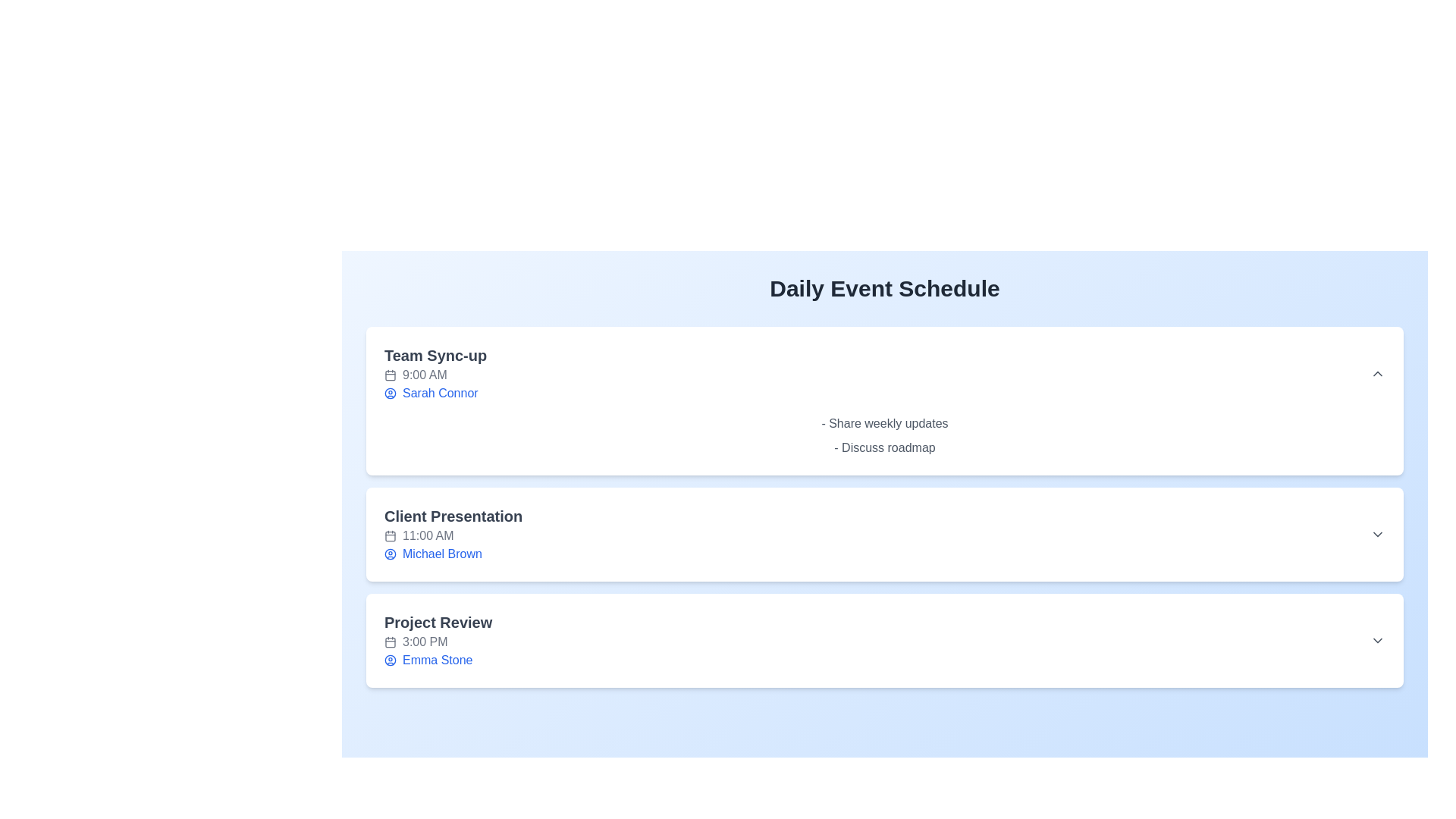  Describe the element at coordinates (390, 554) in the screenshot. I see `the Visual Icon representing the user profile located next to the text 'Sarah Connor' in the 'Team Sync-up' event card` at that location.